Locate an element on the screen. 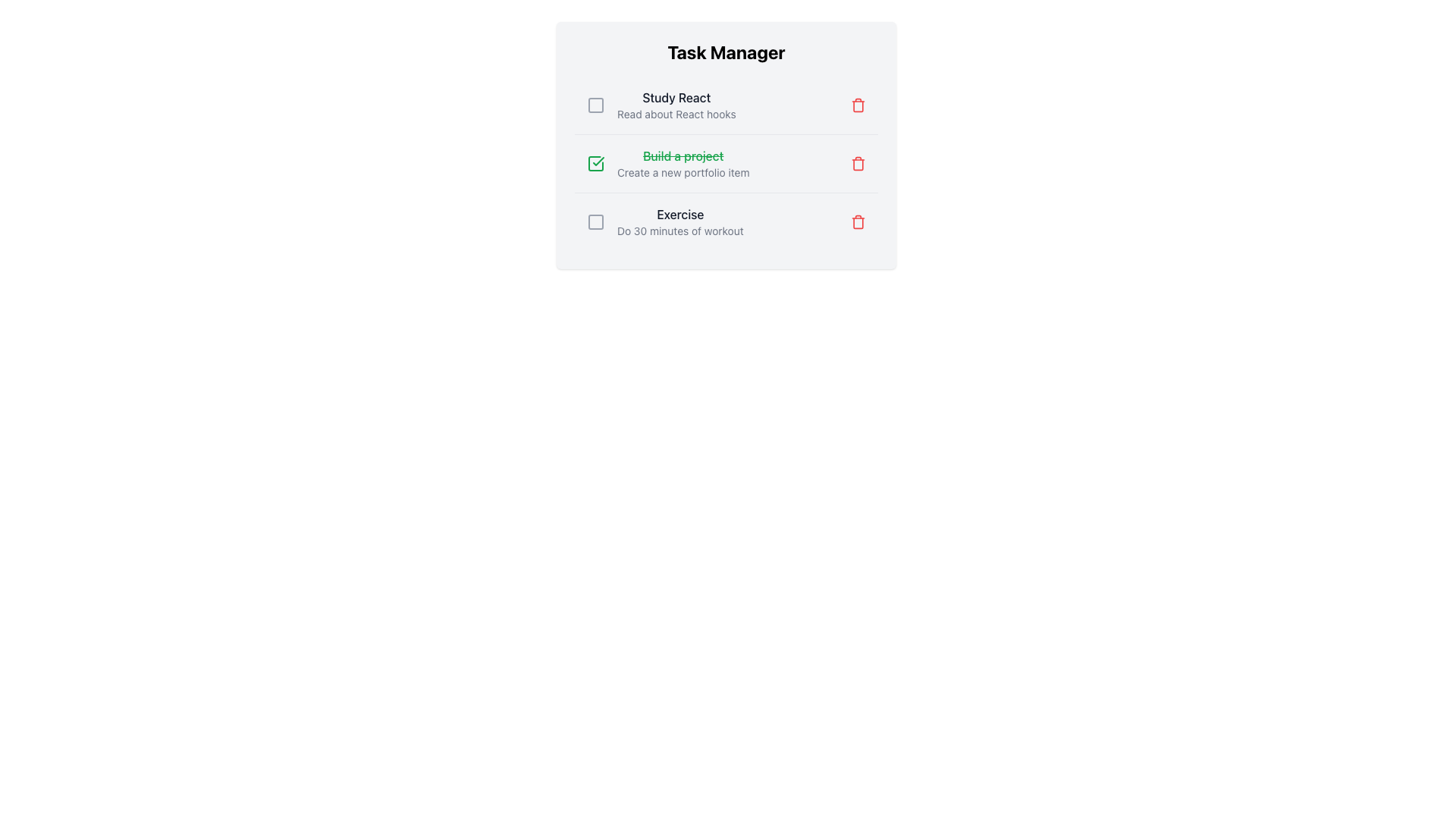  the text label indicating a completed task in the task management system, which displays the status of the task and is located in the middle row of the task list section is located at coordinates (682, 155).